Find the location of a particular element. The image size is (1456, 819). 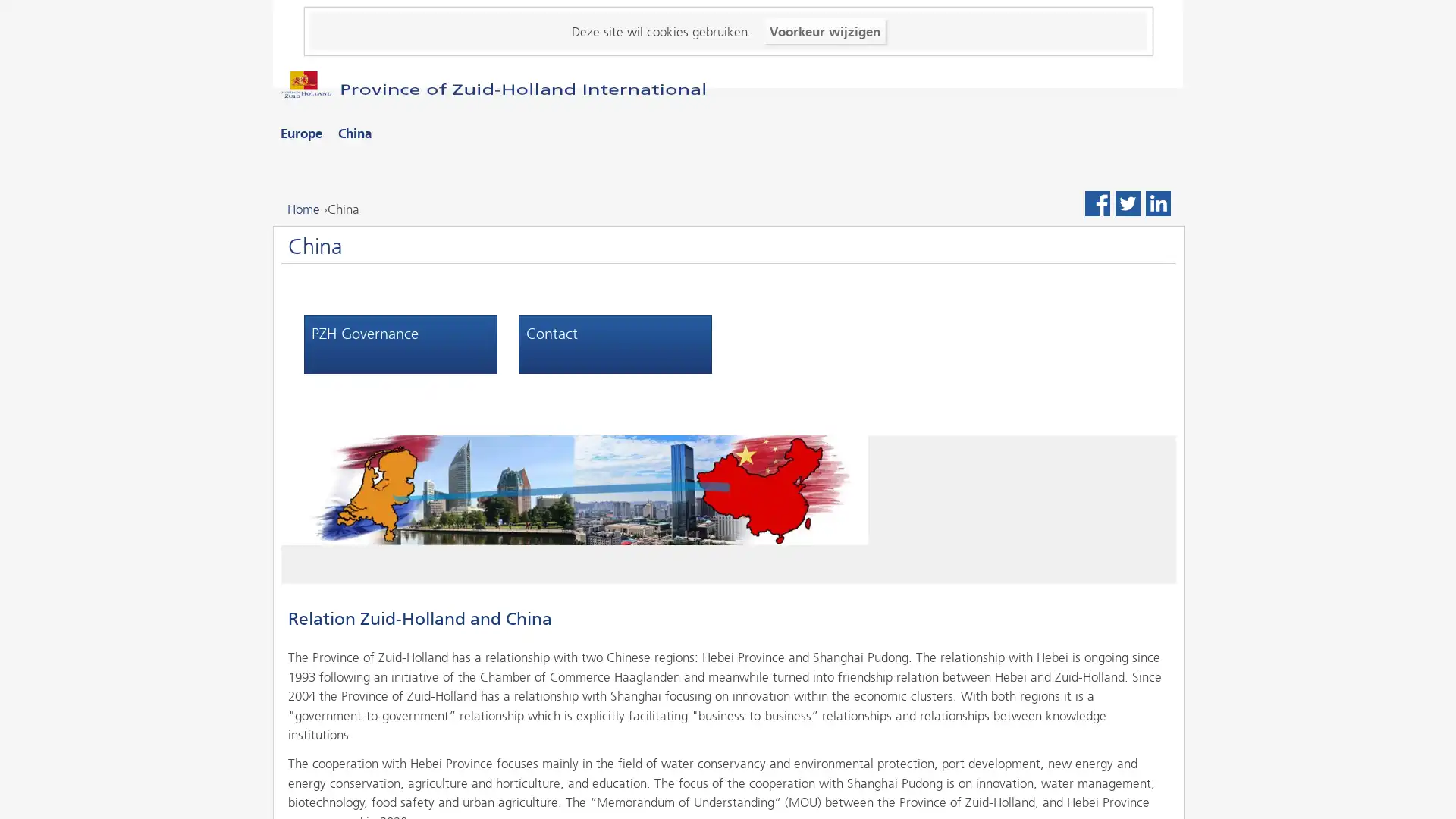

Voorkeur wijzigen is located at coordinates (823, 30).